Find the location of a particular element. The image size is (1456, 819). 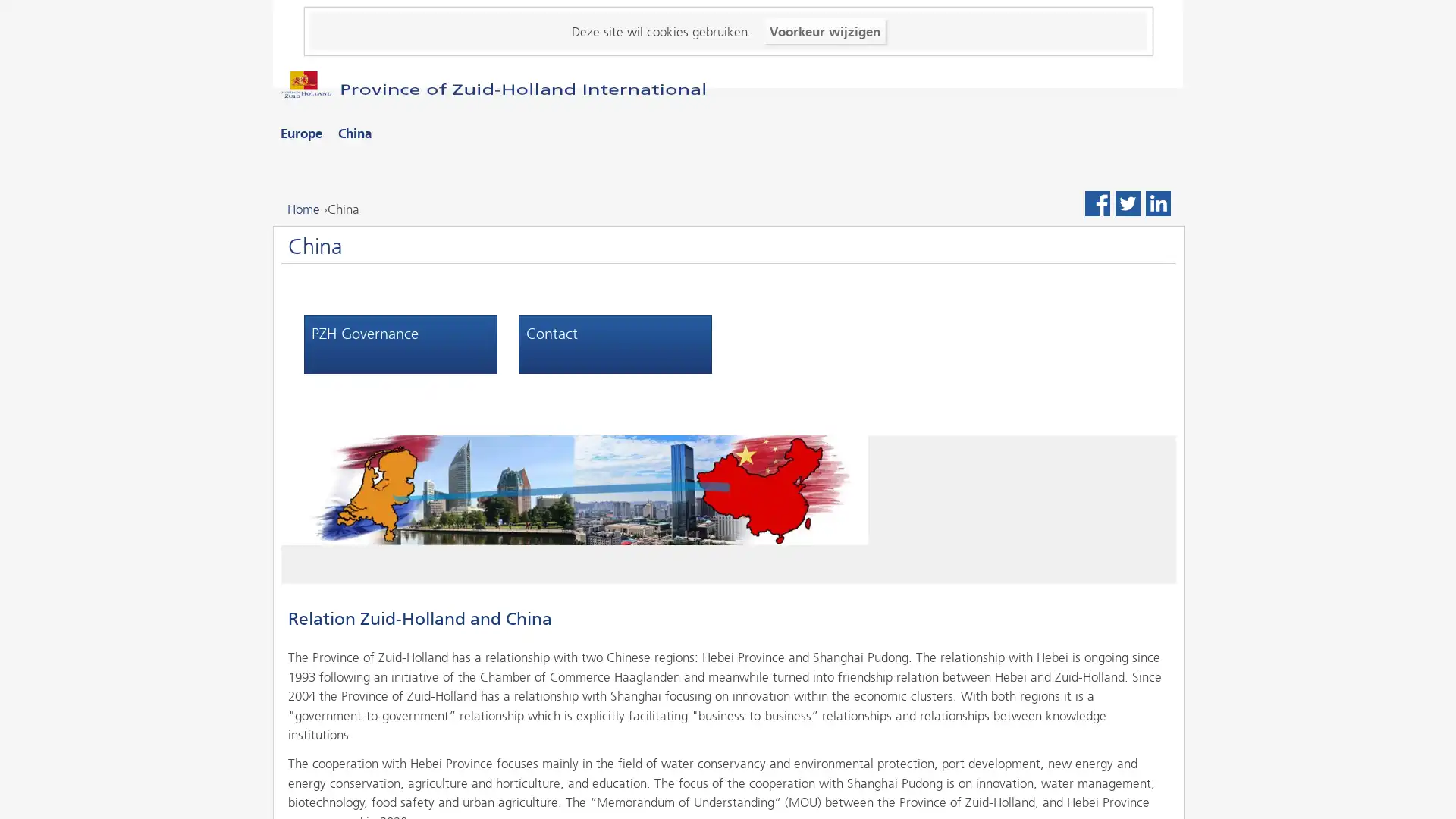

Voorkeur wijzigen is located at coordinates (823, 30).